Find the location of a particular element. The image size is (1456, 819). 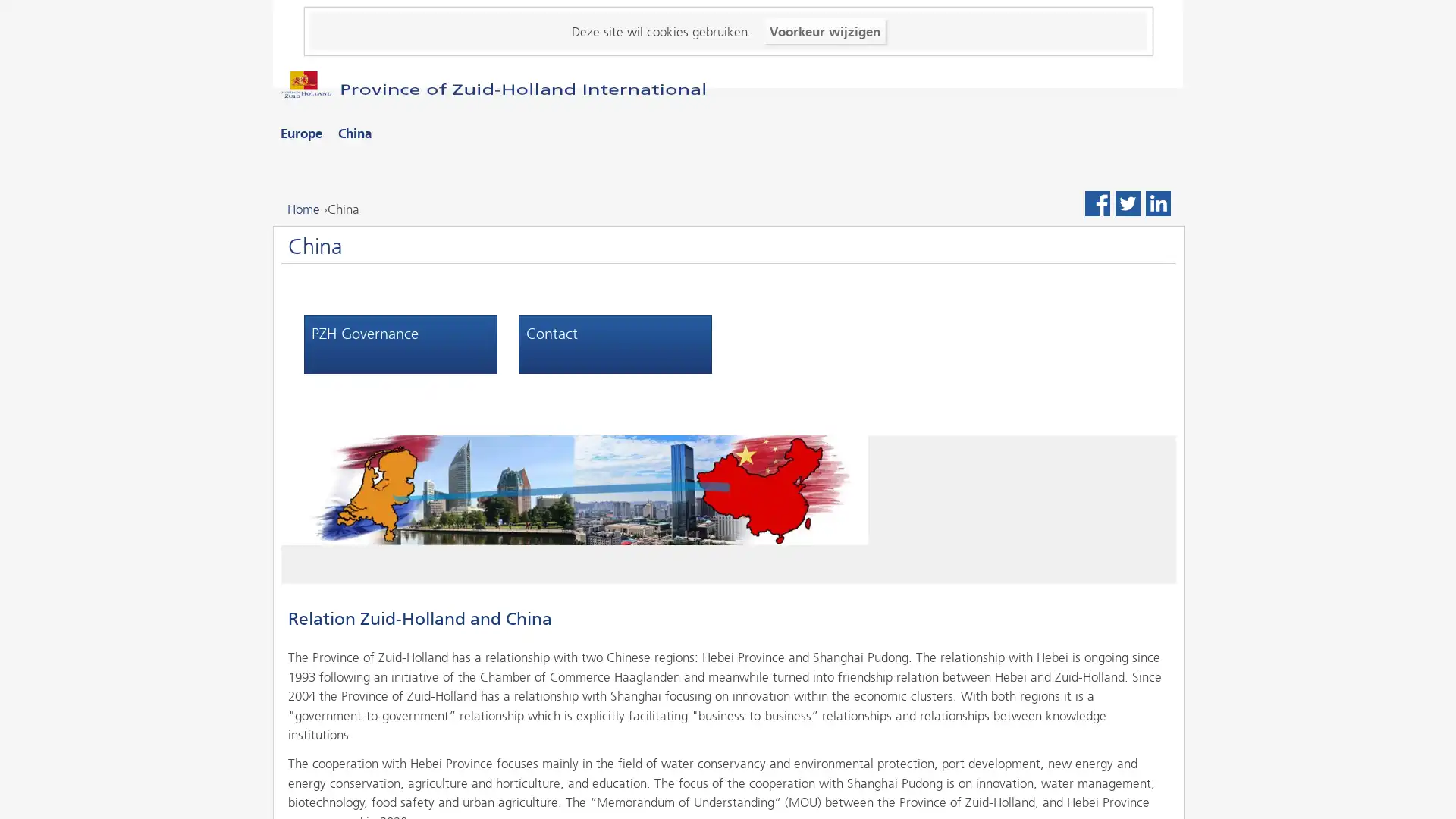

Voorkeur wijzigen is located at coordinates (823, 30).